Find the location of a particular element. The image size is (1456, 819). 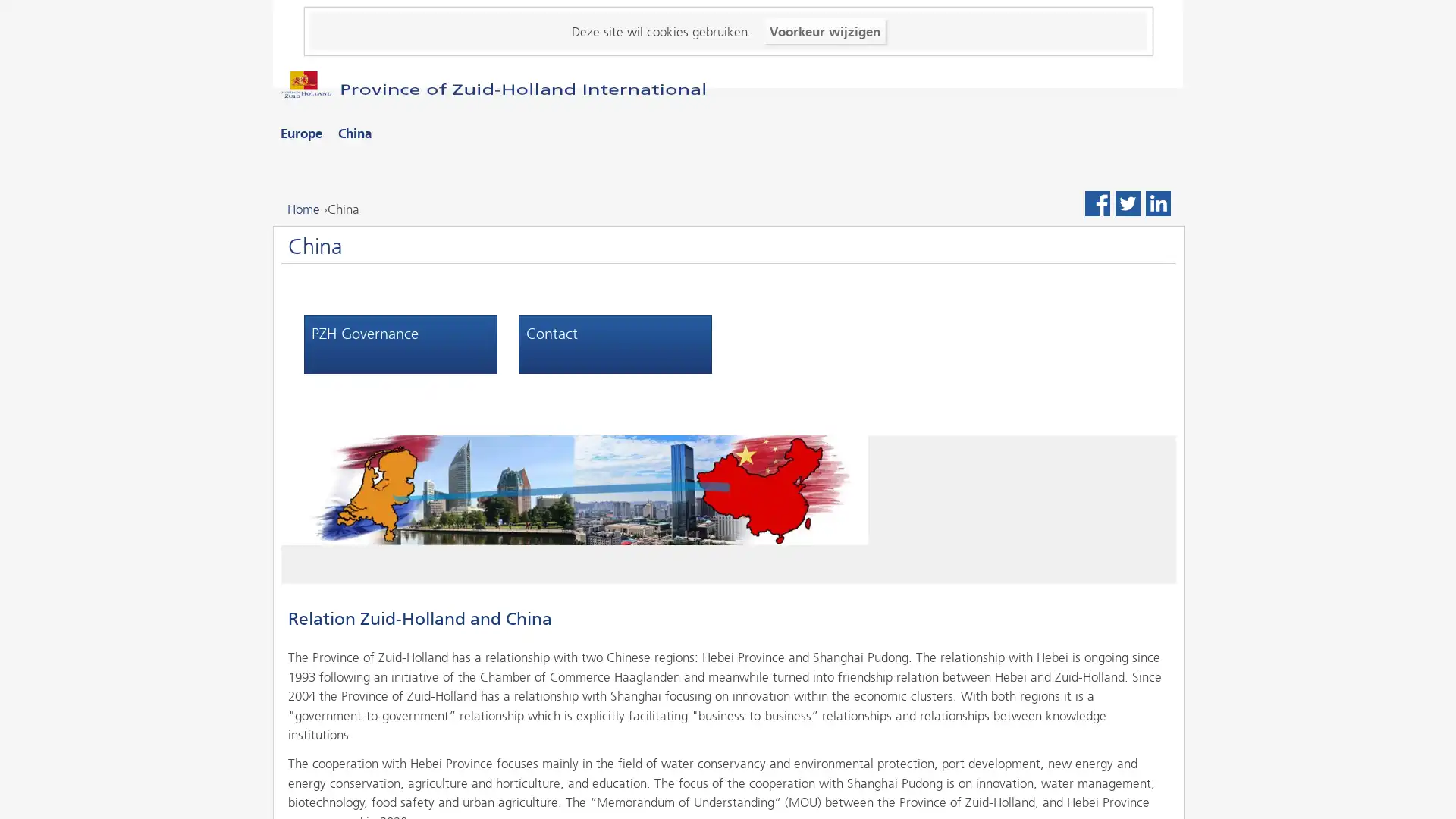

Voorkeur wijzigen is located at coordinates (823, 30).